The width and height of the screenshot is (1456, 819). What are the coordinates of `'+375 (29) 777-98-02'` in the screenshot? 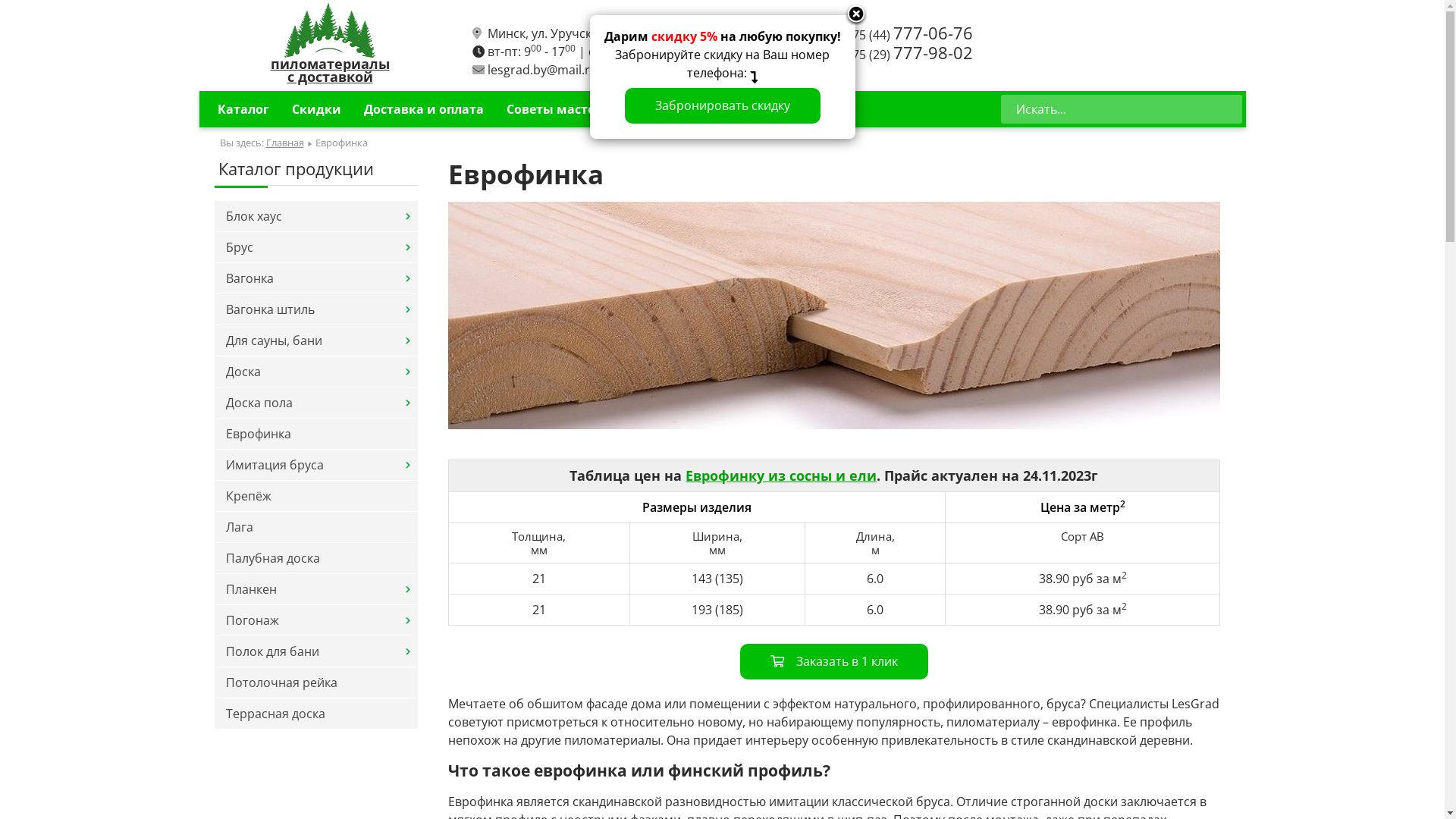 It's located at (905, 54).